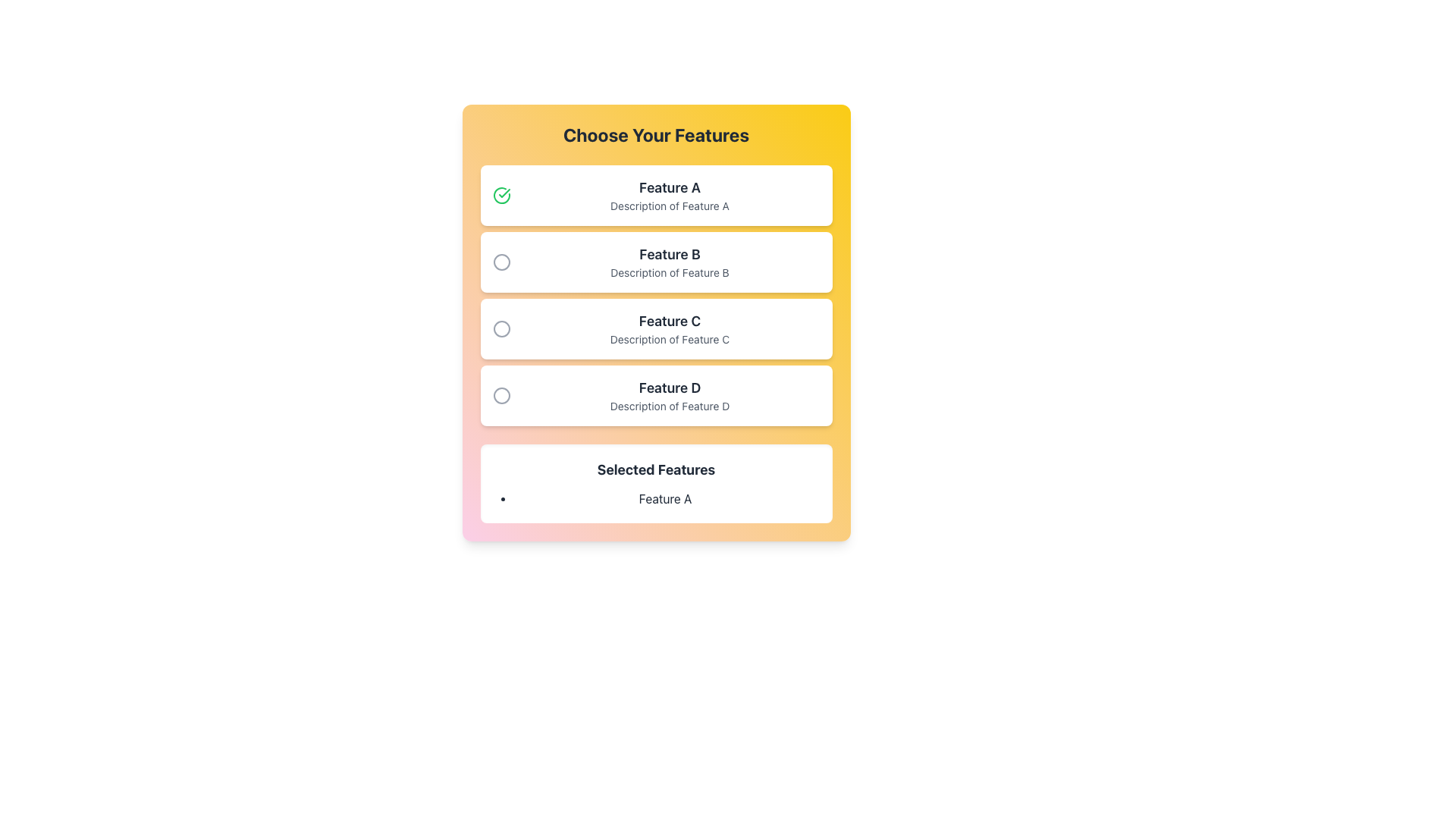 Image resolution: width=1456 pixels, height=819 pixels. I want to click on the circular inner part of the radio button for 'Feature B', so click(501, 262).